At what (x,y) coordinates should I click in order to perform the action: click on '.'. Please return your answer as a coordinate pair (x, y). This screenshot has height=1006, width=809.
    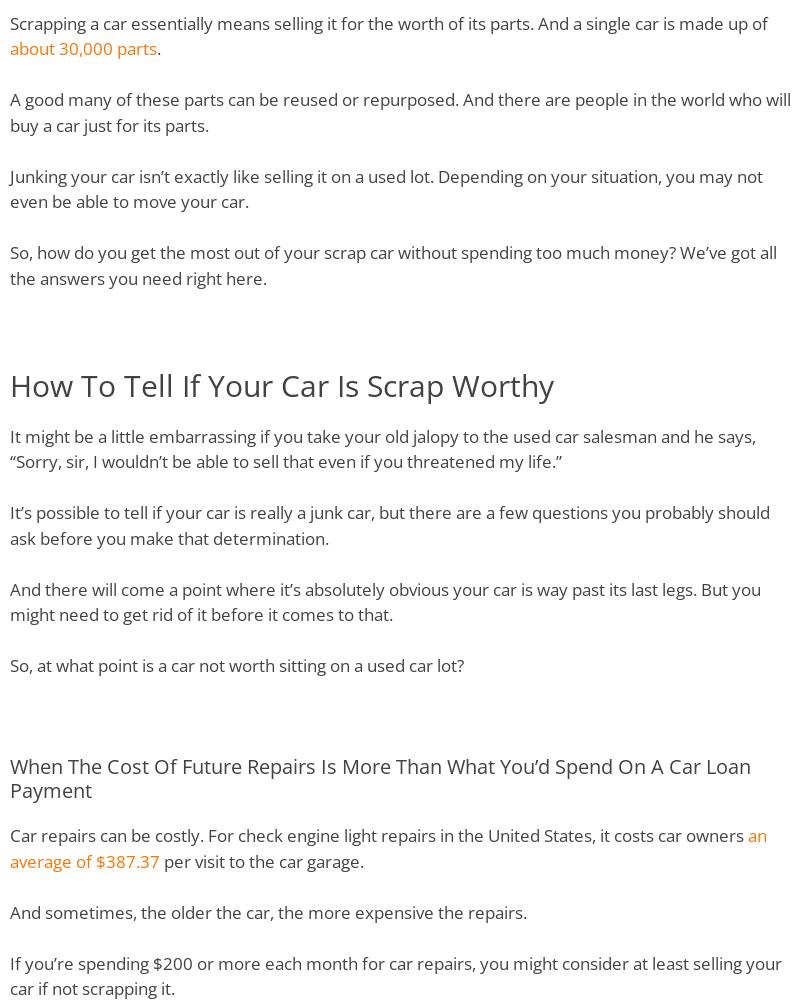
    Looking at the image, I should click on (156, 48).